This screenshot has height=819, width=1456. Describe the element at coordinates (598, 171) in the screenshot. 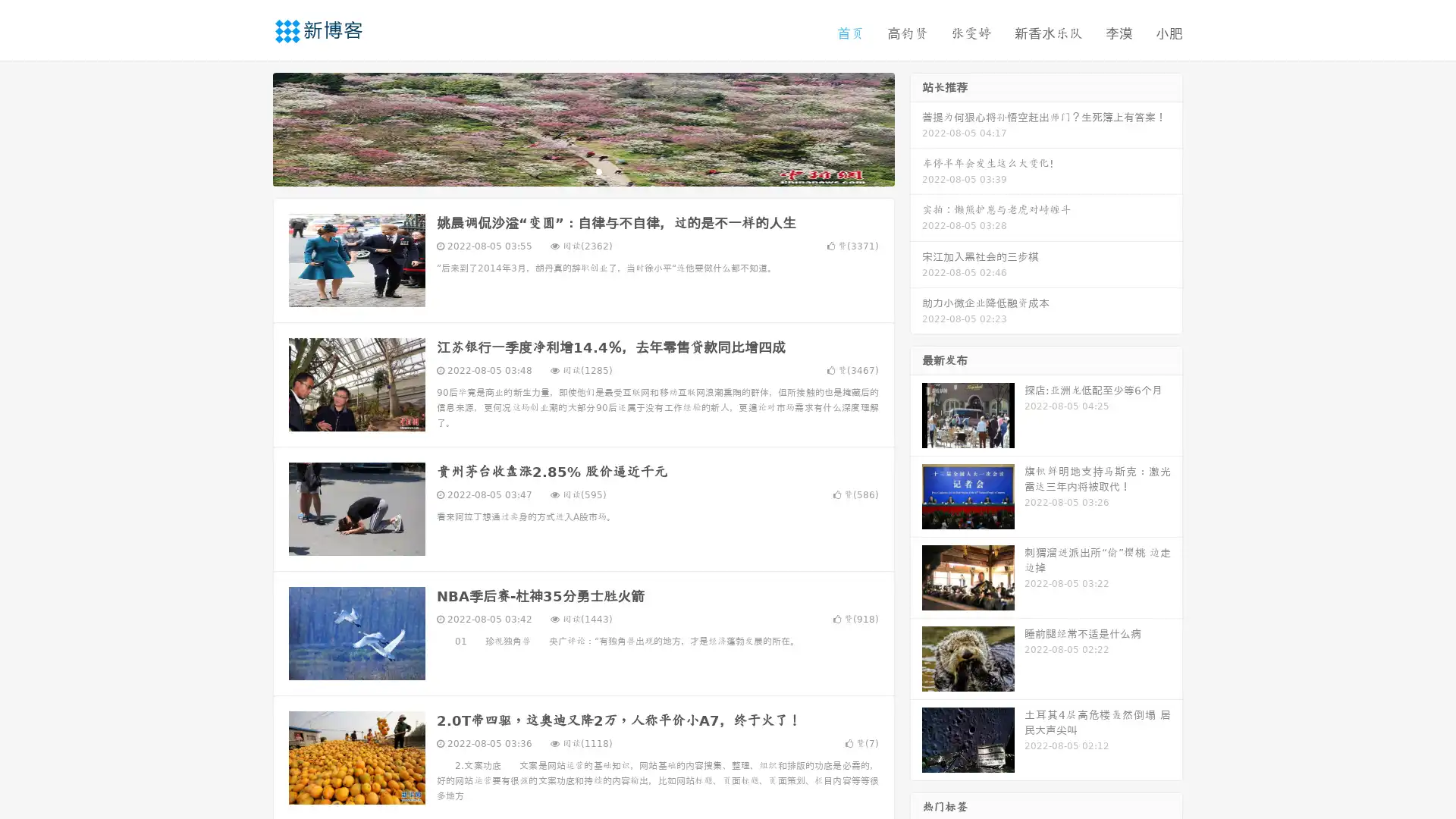

I see `Go to slide 3` at that location.